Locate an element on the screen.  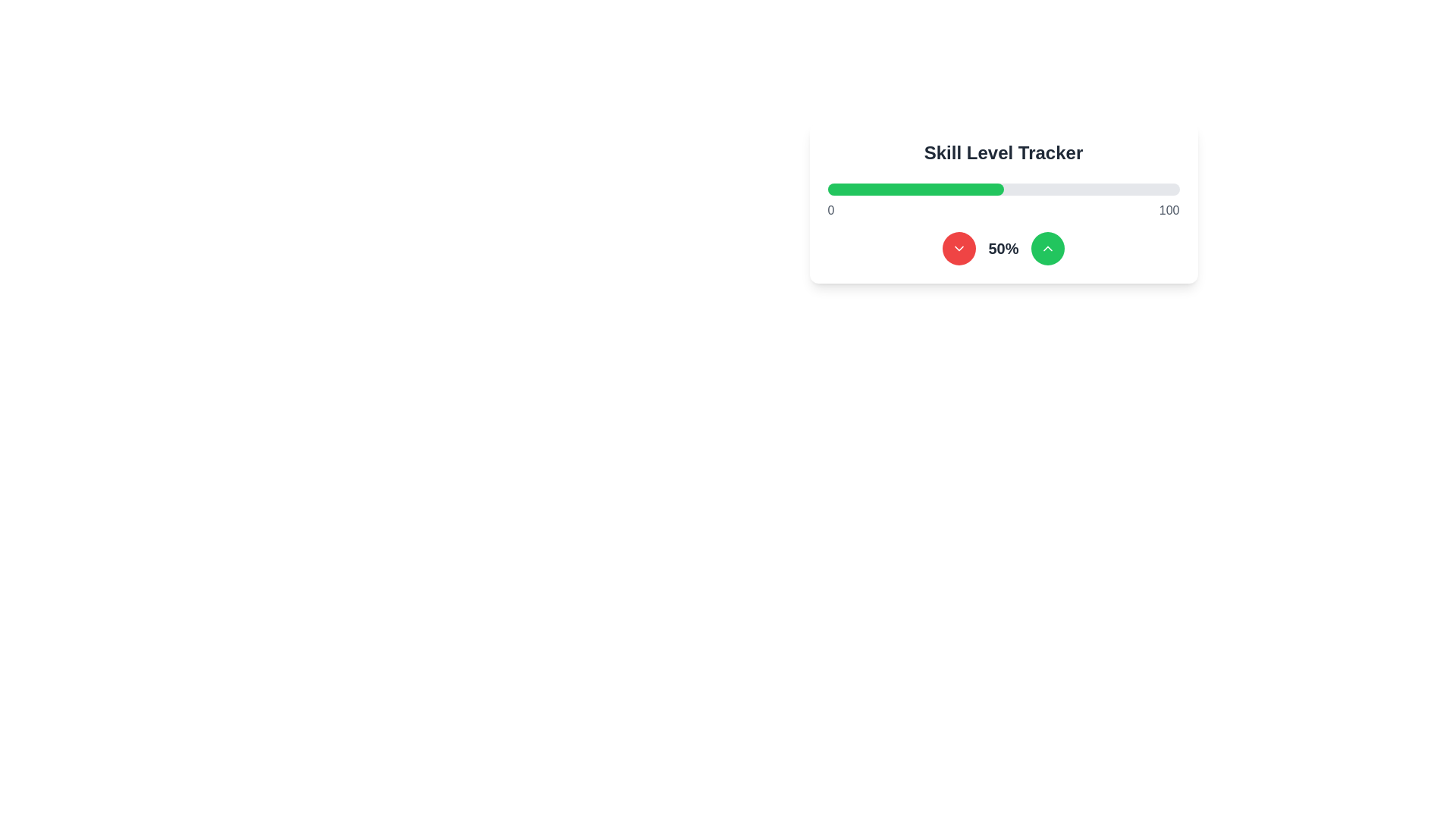
the red circular button with a chevron-down symbol is located at coordinates (959, 247).